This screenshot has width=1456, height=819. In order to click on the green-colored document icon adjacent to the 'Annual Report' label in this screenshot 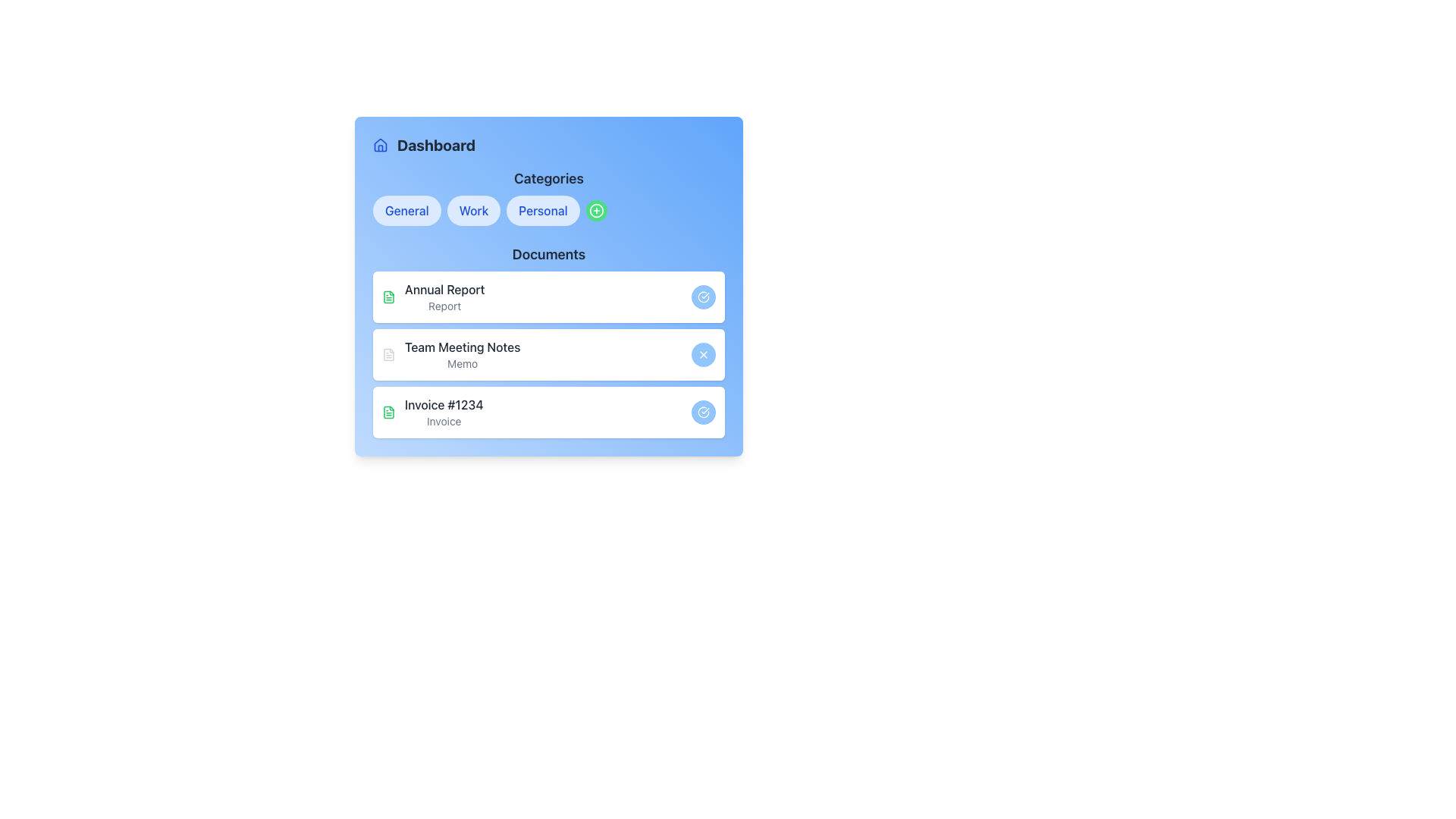, I will do `click(389, 297)`.